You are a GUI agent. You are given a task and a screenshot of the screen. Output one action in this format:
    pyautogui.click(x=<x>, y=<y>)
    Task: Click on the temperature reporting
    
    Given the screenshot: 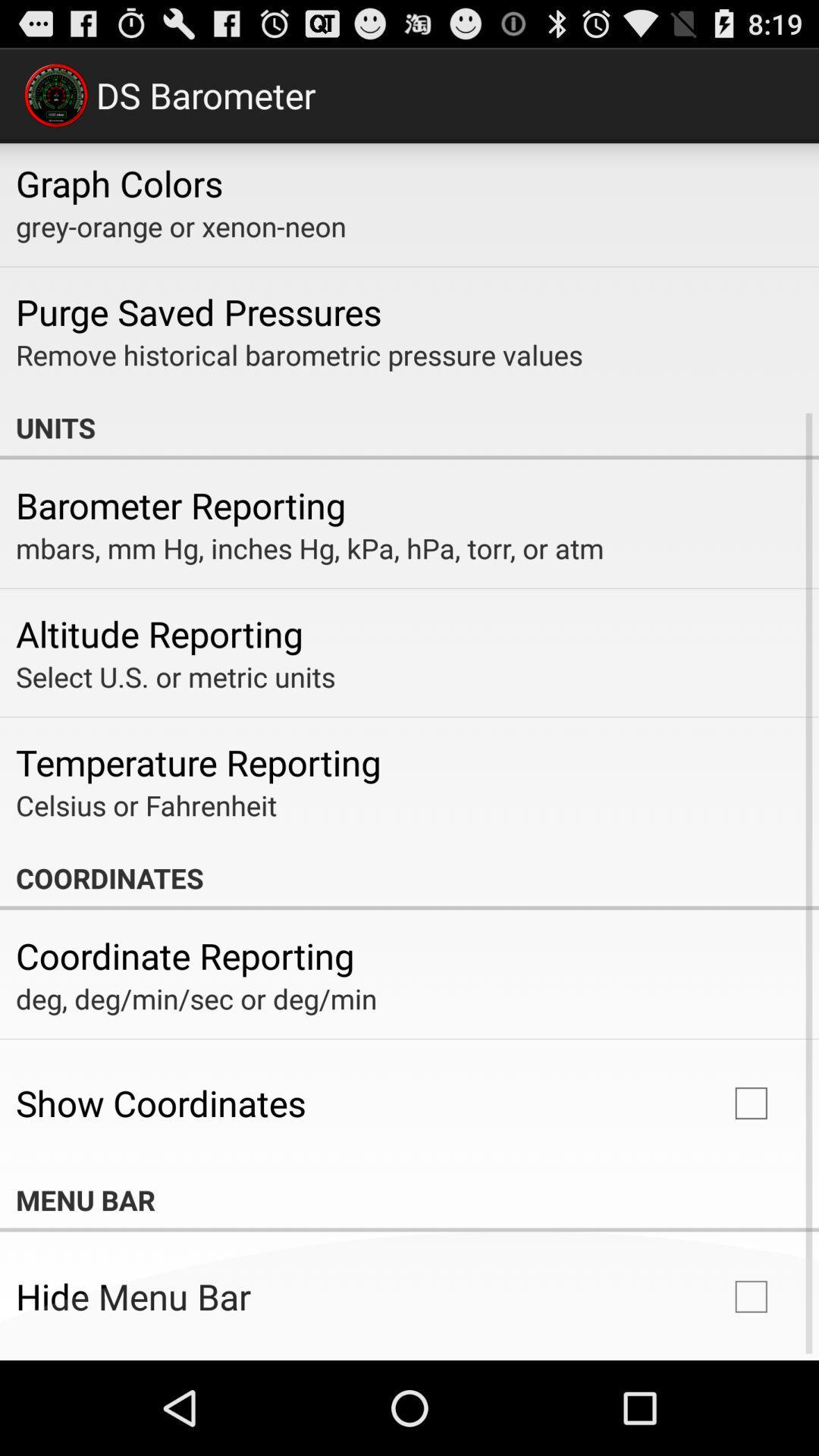 What is the action you would take?
    pyautogui.click(x=197, y=762)
    